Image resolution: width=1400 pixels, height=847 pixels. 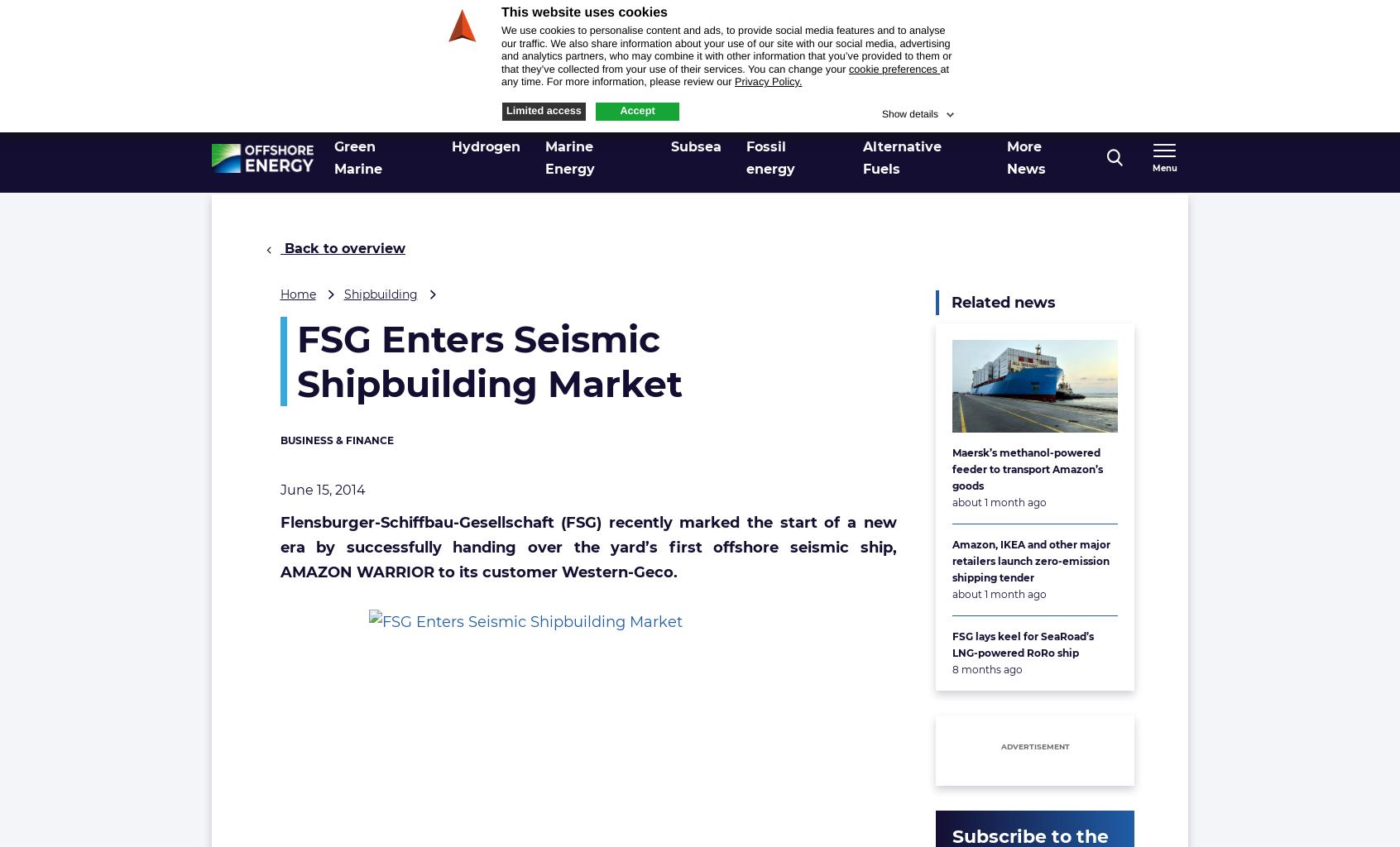 What do you see at coordinates (583, 12) in the screenshot?
I see `'This website uses cookies'` at bounding box center [583, 12].